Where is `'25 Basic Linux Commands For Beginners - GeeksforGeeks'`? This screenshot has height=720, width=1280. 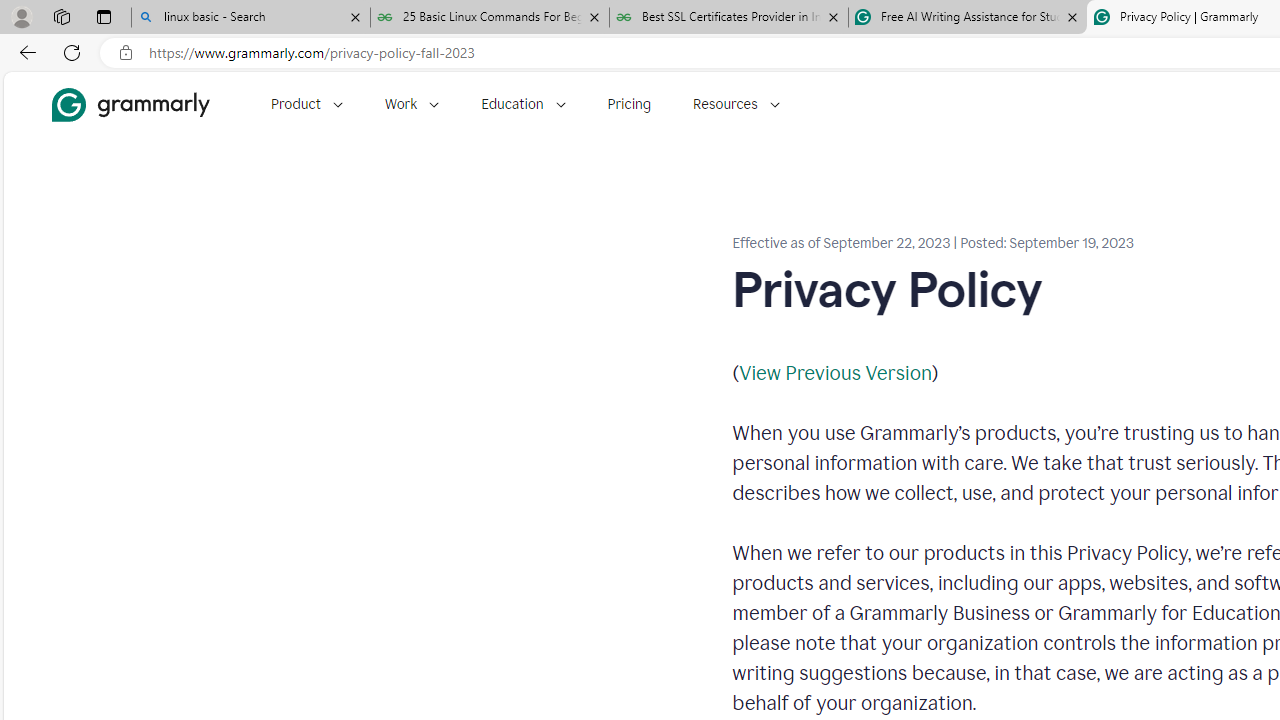 '25 Basic Linux Commands For Beginners - GeeksforGeeks' is located at coordinates (490, 17).